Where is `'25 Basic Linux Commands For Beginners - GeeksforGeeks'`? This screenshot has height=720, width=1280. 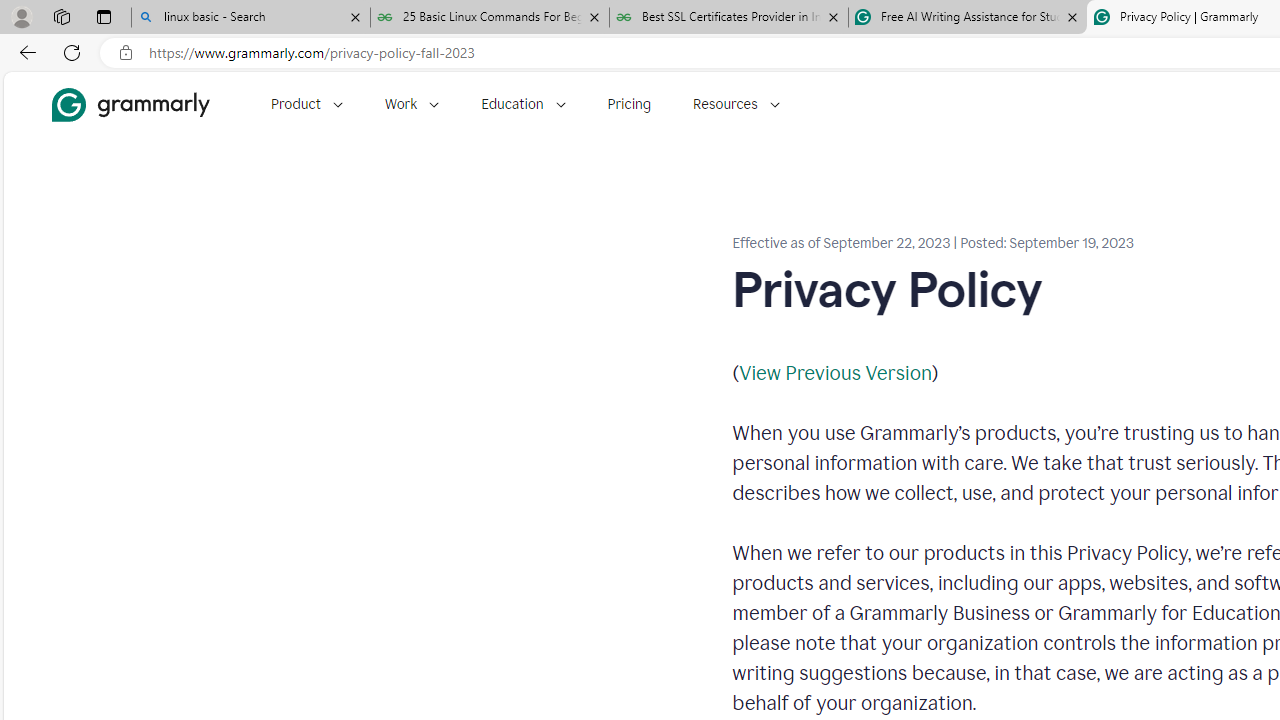 '25 Basic Linux Commands For Beginners - GeeksforGeeks' is located at coordinates (490, 17).